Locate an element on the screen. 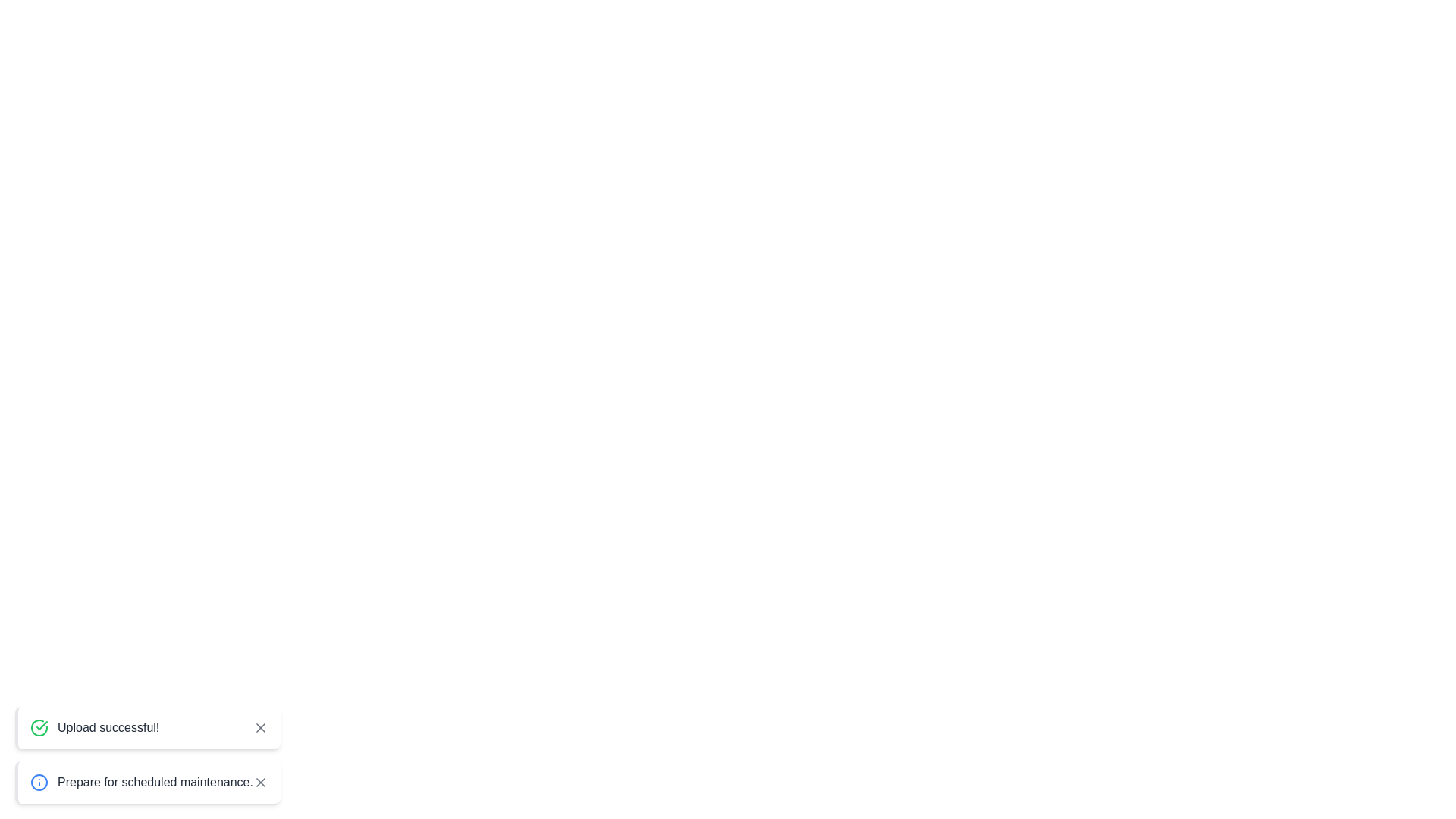 This screenshot has height=819, width=1456. the close button of the notification with the message 'Upload successful!' is located at coordinates (260, 727).